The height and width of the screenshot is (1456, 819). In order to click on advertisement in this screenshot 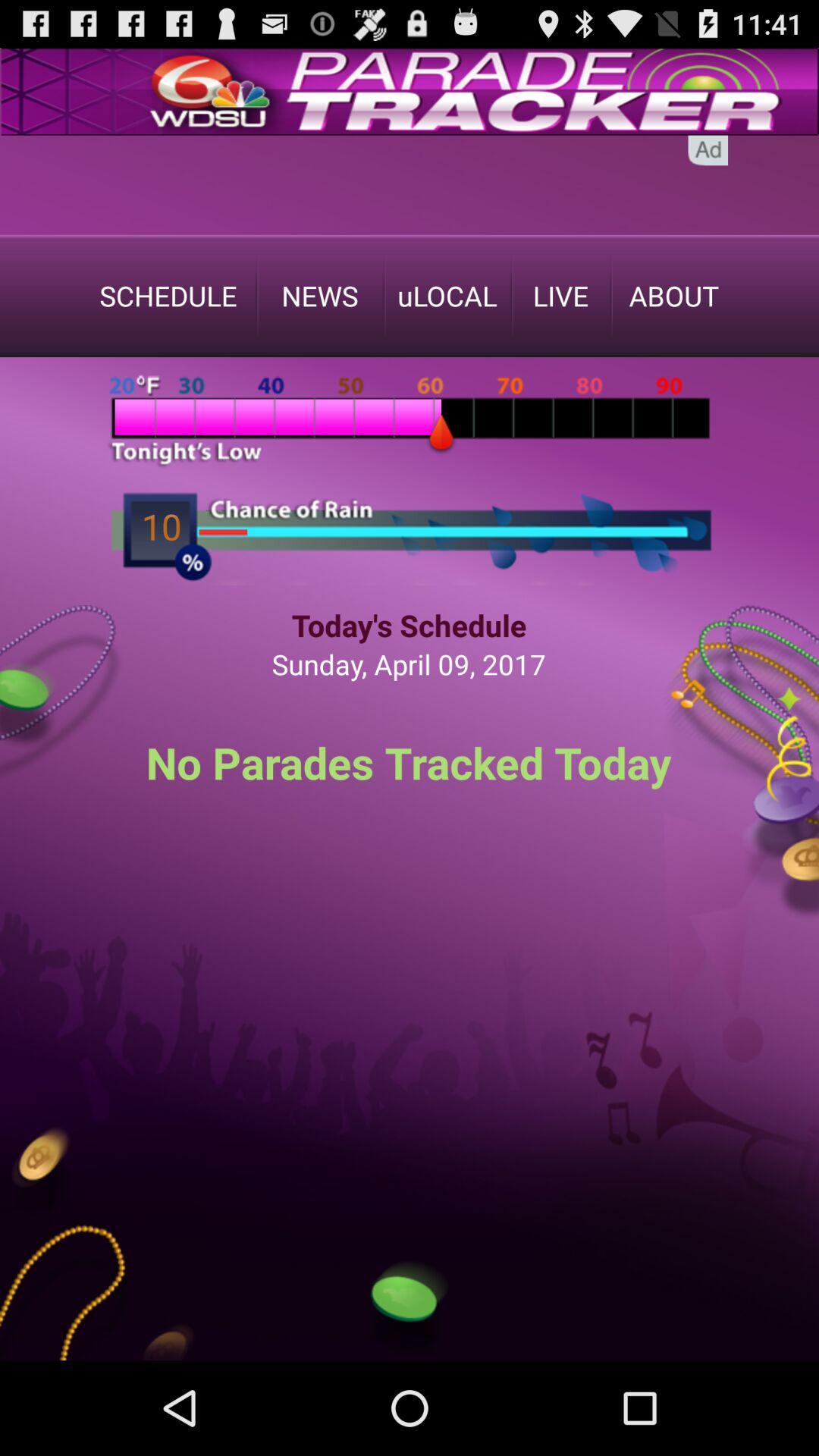, I will do `click(409, 184)`.